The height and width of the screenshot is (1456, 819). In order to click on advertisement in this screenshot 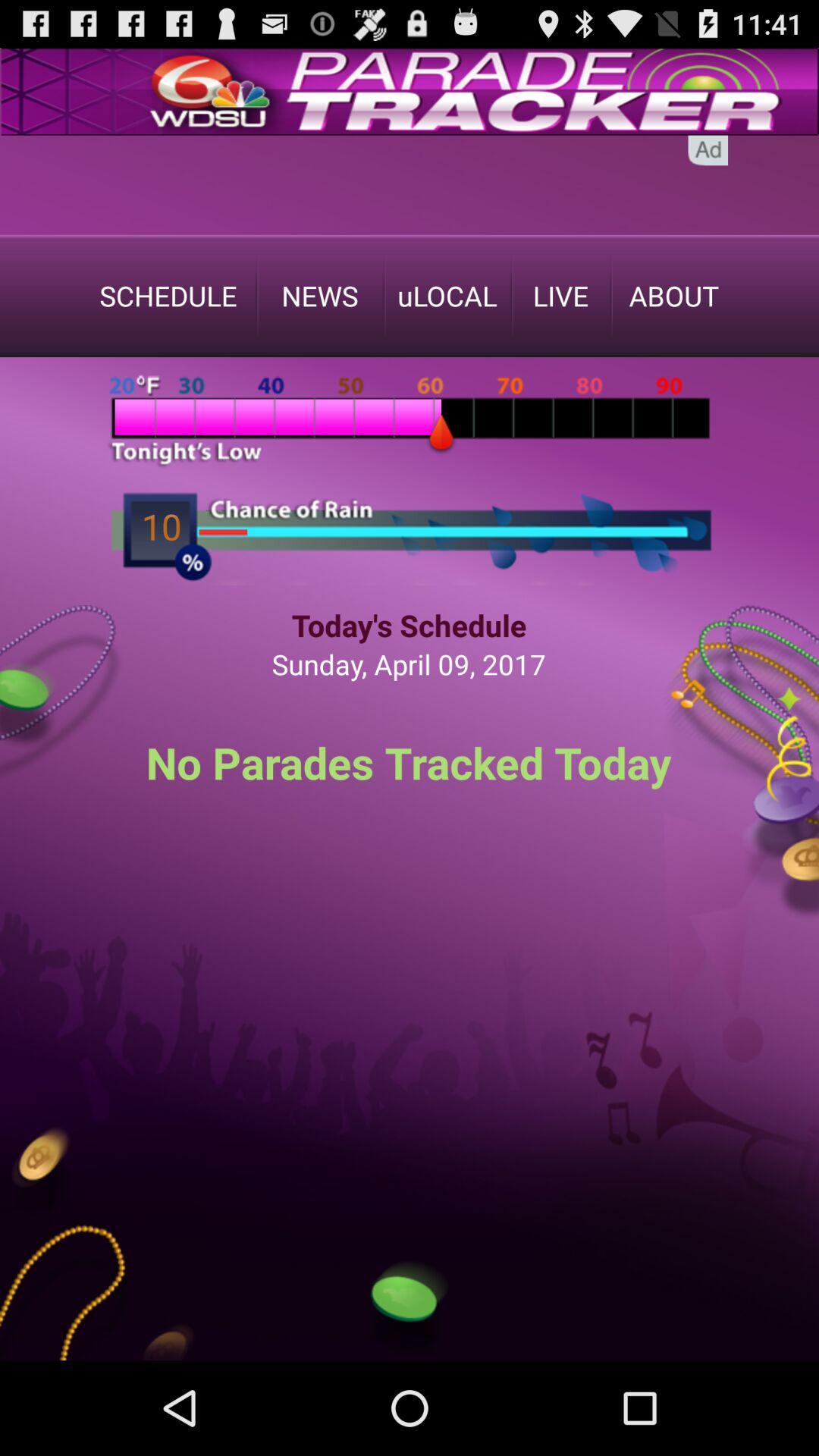, I will do `click(409, 184)`.